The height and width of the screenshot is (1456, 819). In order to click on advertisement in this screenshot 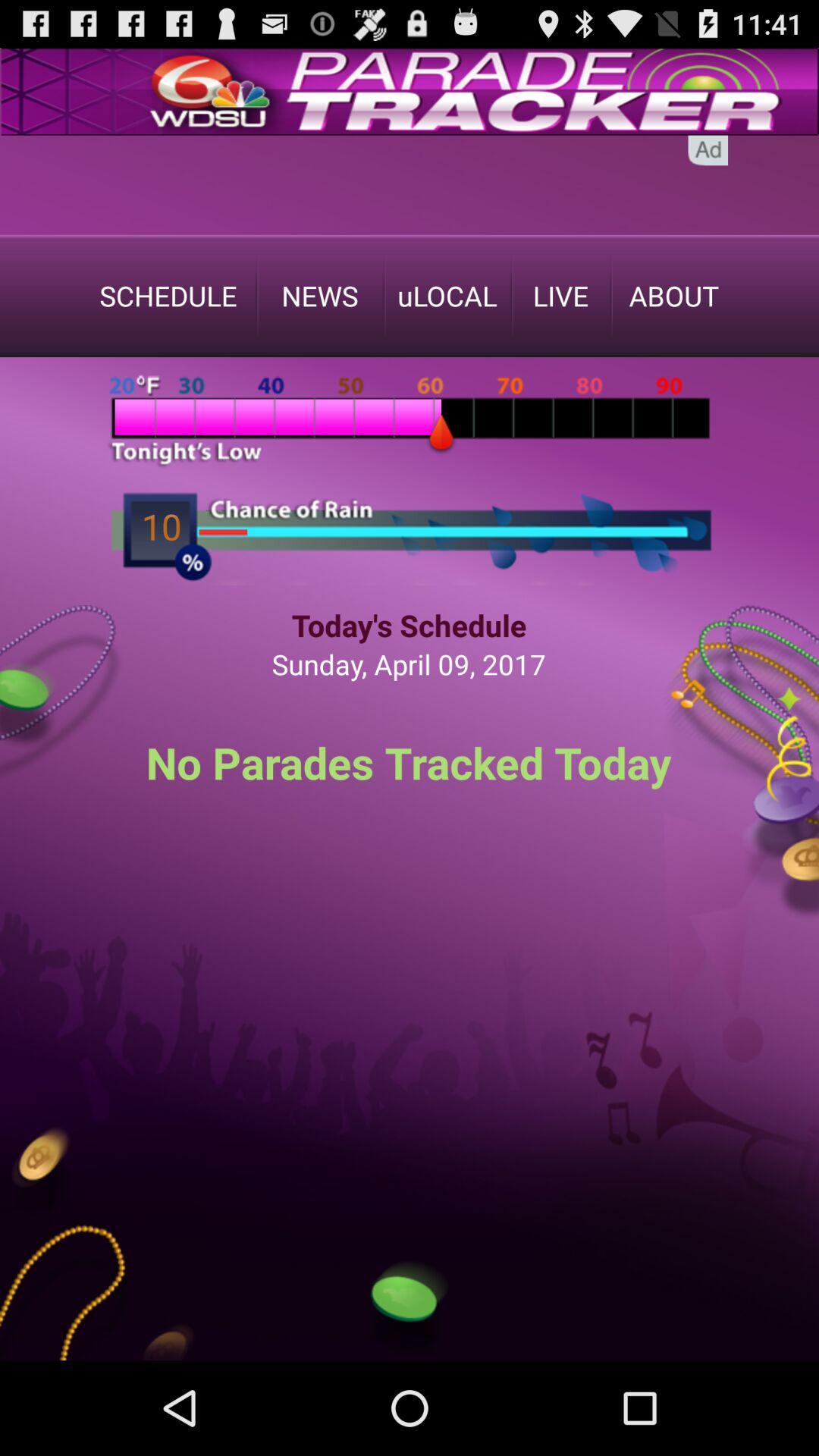, I will do `click(409, 184)`.